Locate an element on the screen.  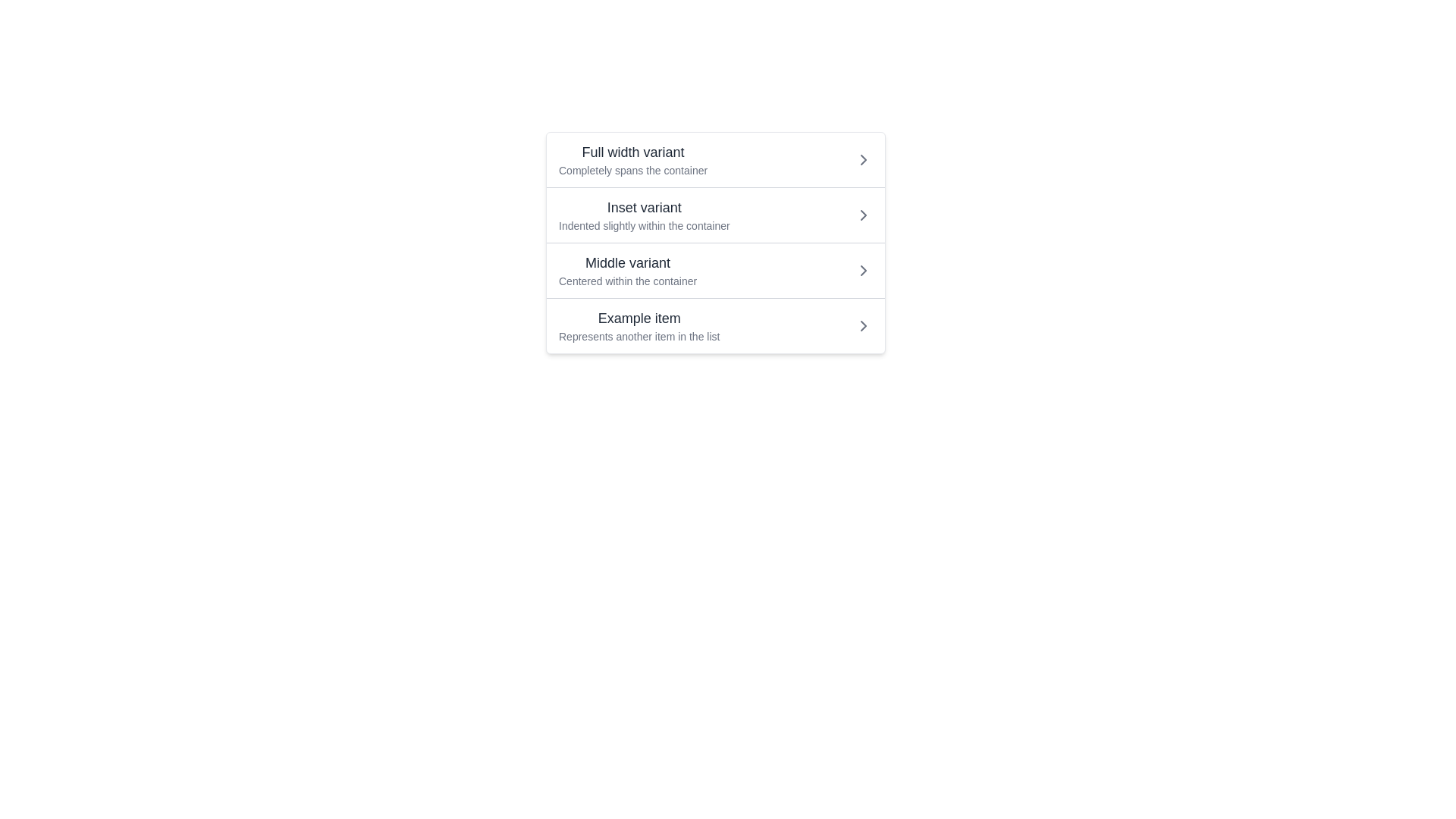
the right-pointing gray chevron icon located at the far-right end of the 'Middle variant' section is located at coordinates (863, 270).